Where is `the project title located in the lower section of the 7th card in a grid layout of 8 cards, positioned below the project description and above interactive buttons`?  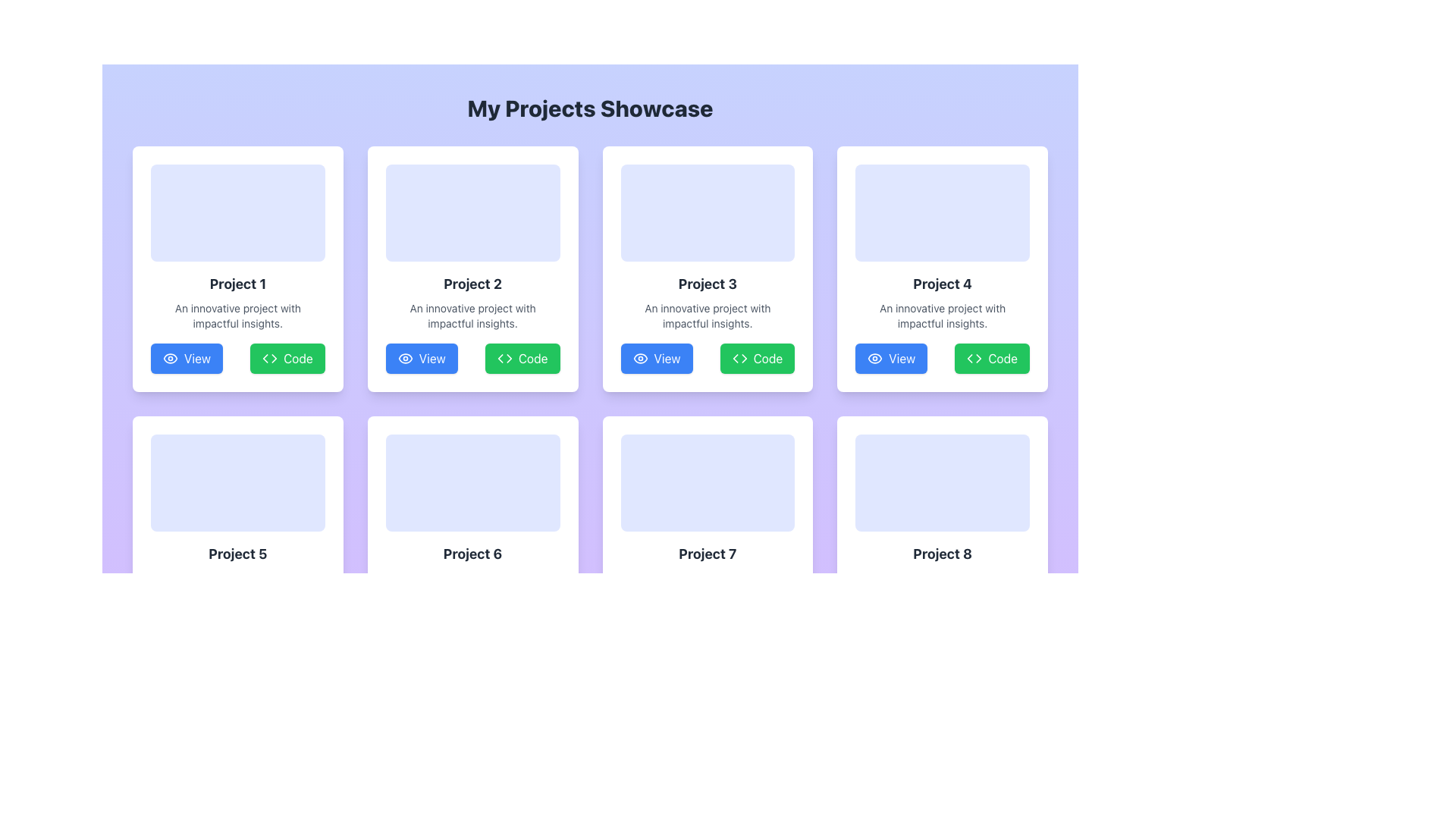 the project title located in the lower section of the 7th card in a grid layout of 8 cards, positioned below the project description and above interactive buttons is located at coordinates (707, 554).